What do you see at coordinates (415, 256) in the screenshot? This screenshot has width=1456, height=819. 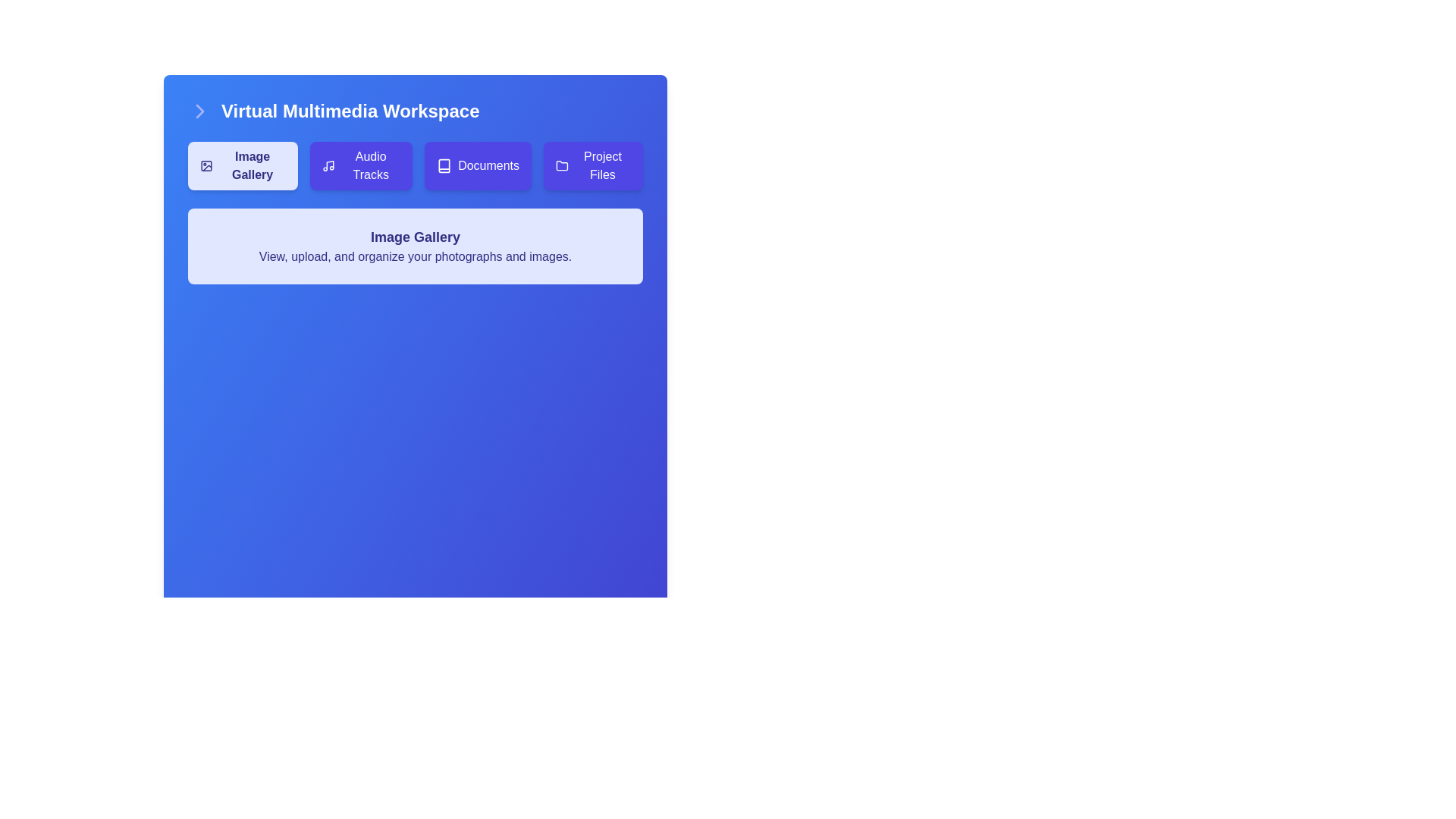 I see `the label that reads 'View, upload, and organize your photographs and images.' which is located beneath the 'Image Gallery' heading and has a dark text color on a light background` at bounding box center [415, 256].